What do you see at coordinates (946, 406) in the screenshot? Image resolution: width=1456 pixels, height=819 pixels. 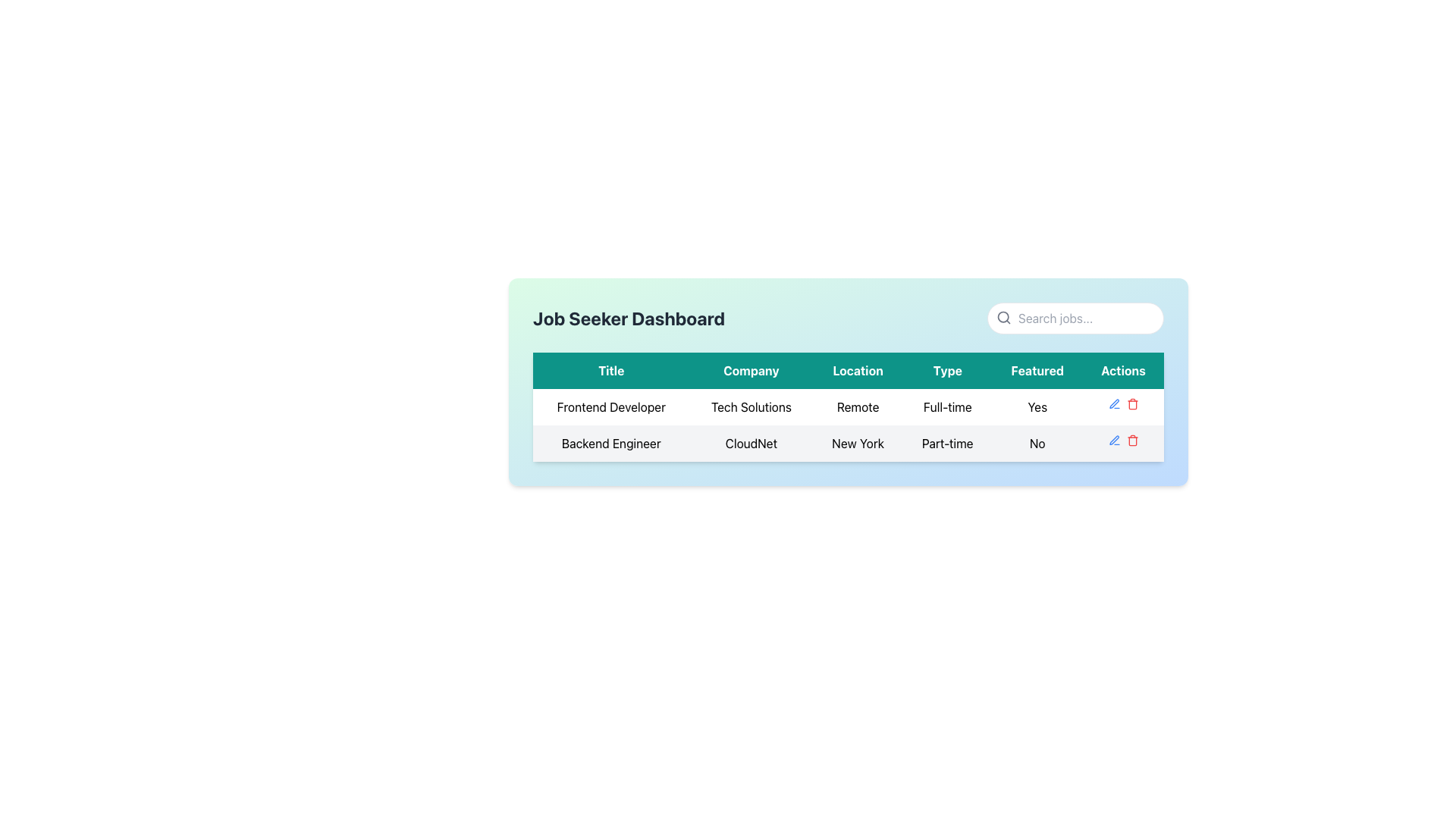 I see `the 'Full-time' text label within the 'Type' column of the 'Frontend Developer' row in the table` at bounding box center [946, 406].